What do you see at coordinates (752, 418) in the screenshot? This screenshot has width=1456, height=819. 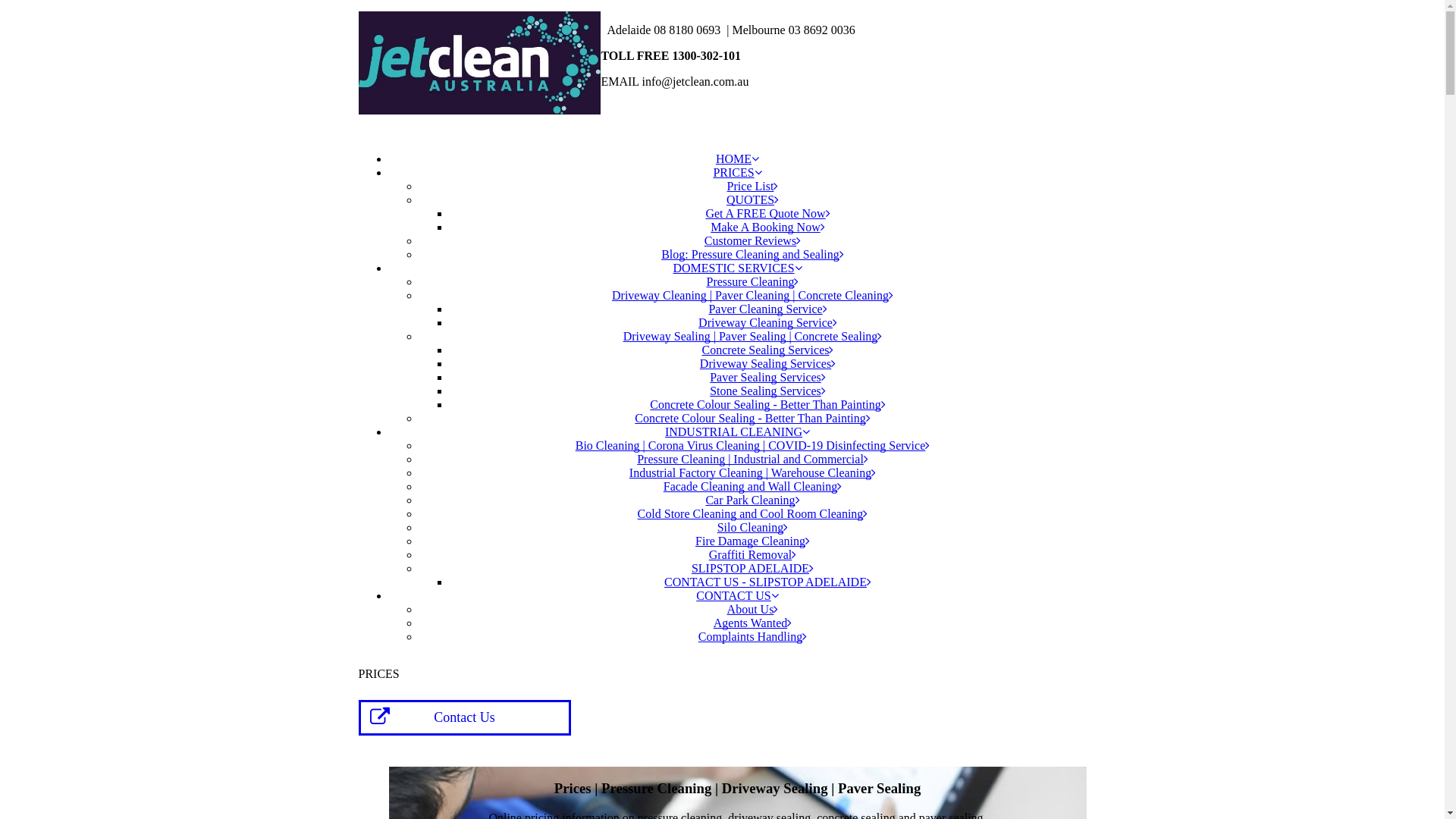 I see `'Concrete Colour Sealing - Better Than Painting'` at bounding box center [752, 418].